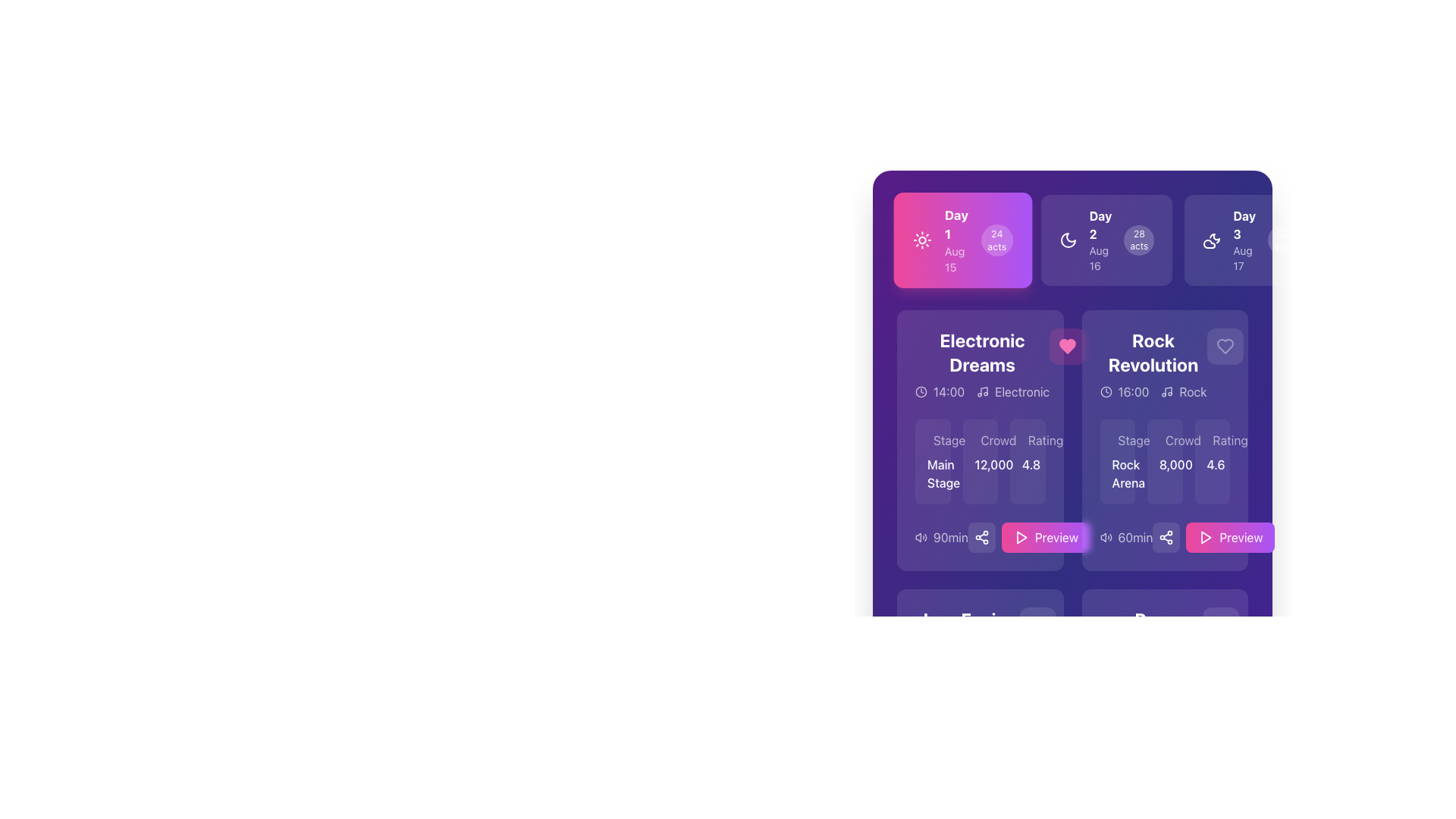 Image resolution: width=1456 pixels, height=819 pixels. What do you see at coordinates (920, 391) in the screenshot?
I see `the decorative circle within the clock icon located to the left of the '14:00' timestamp and above the 'Electronic' music genre label in the 'Electronic Dreams' section` at bounding box center [920, 391].